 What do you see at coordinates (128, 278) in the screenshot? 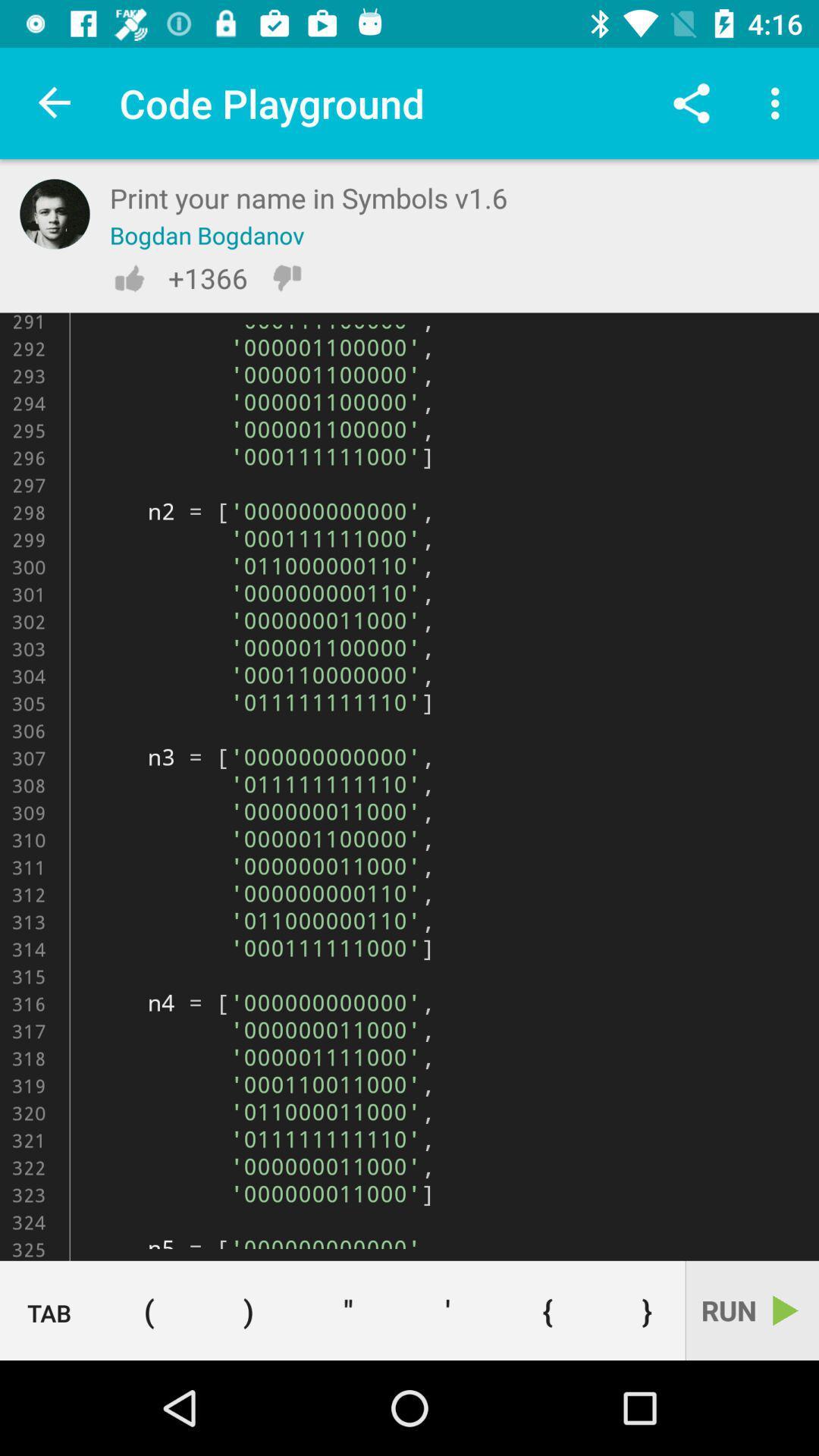
I see `like post` at bounding box center [128, 278].